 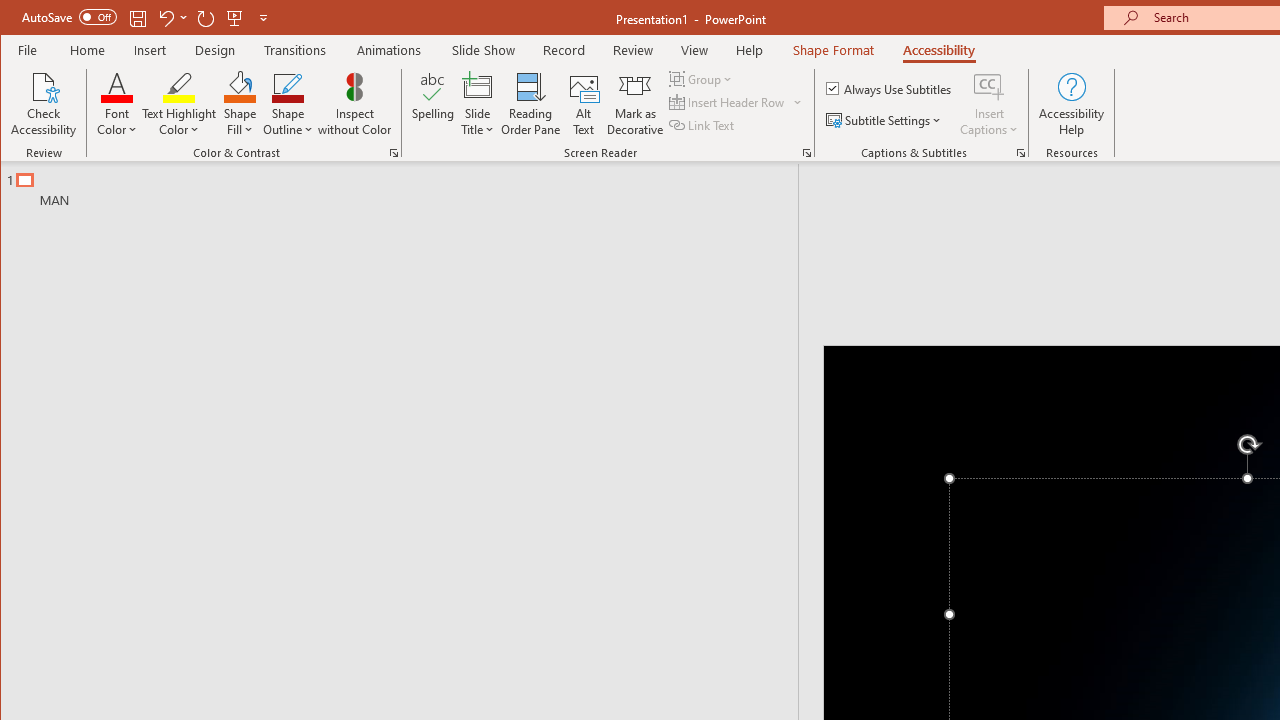 What do you see at coordinates (432, 104) in the screenshot?
I see `'Spelling...'` at bounding box center [432, 104].